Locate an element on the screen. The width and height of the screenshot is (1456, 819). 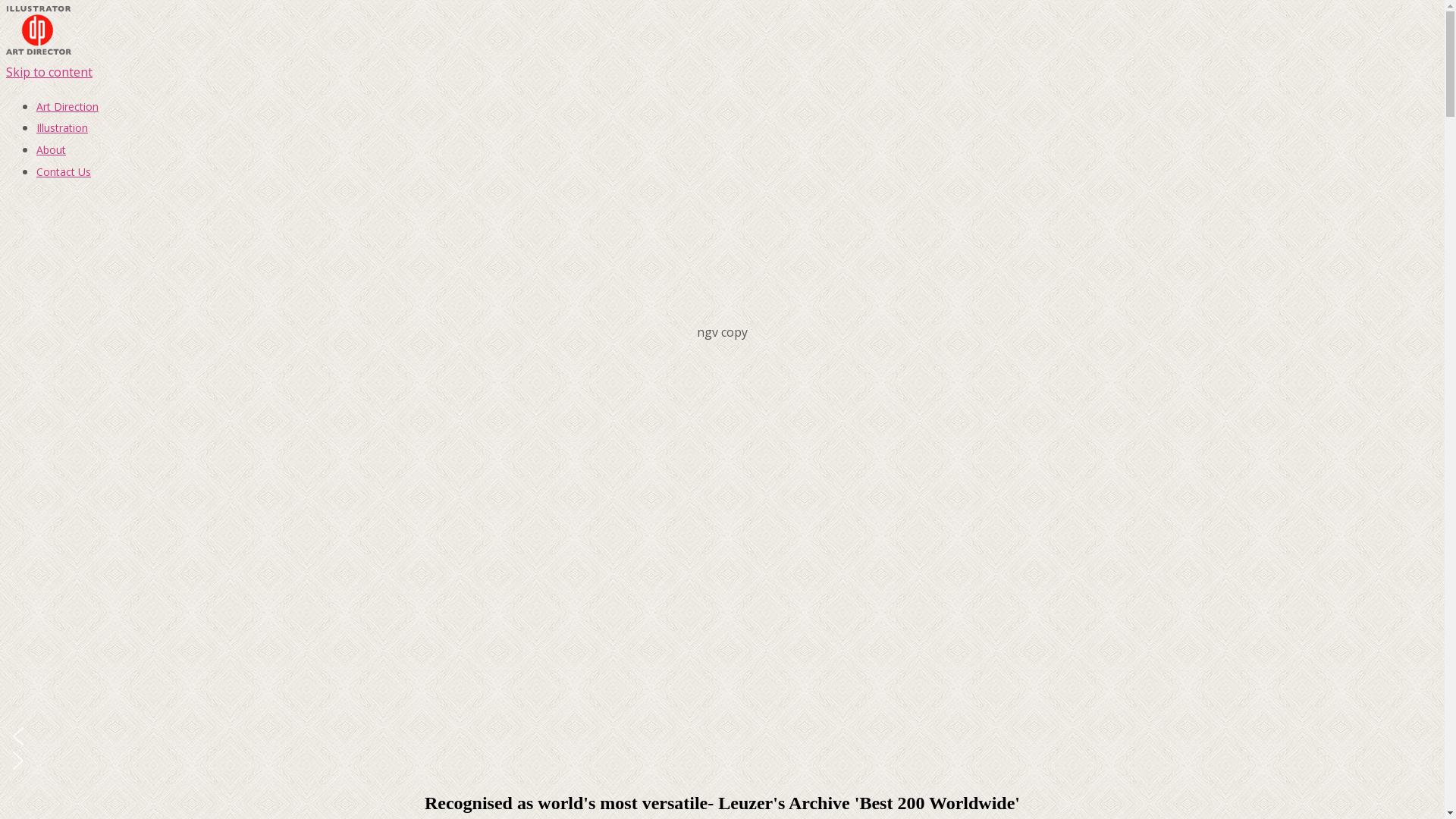
'Contact Us' is located at coordinates (62, 171).